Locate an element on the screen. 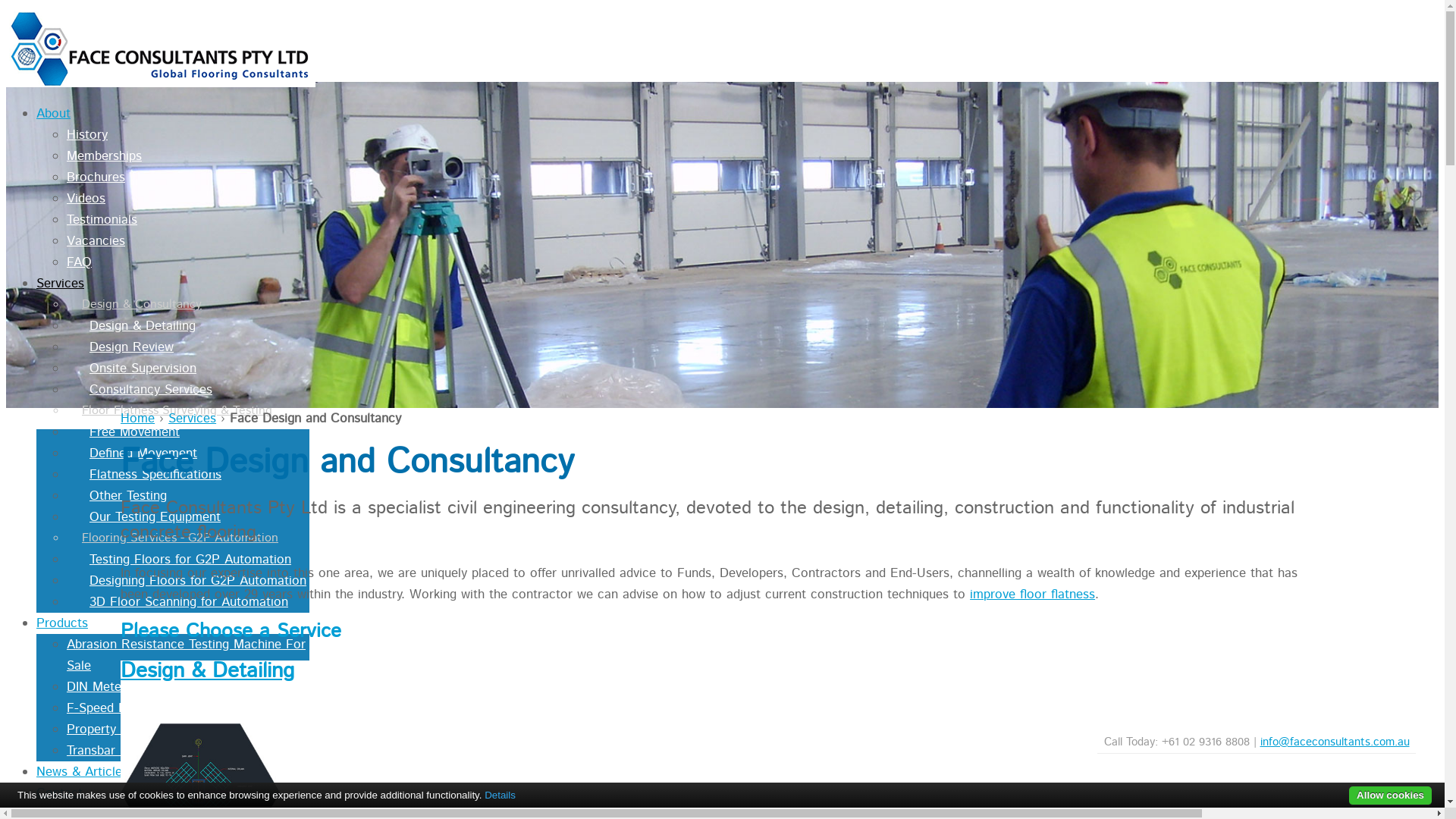  'F-Speed Reader For Sale' is located at coordinates (139, 708).